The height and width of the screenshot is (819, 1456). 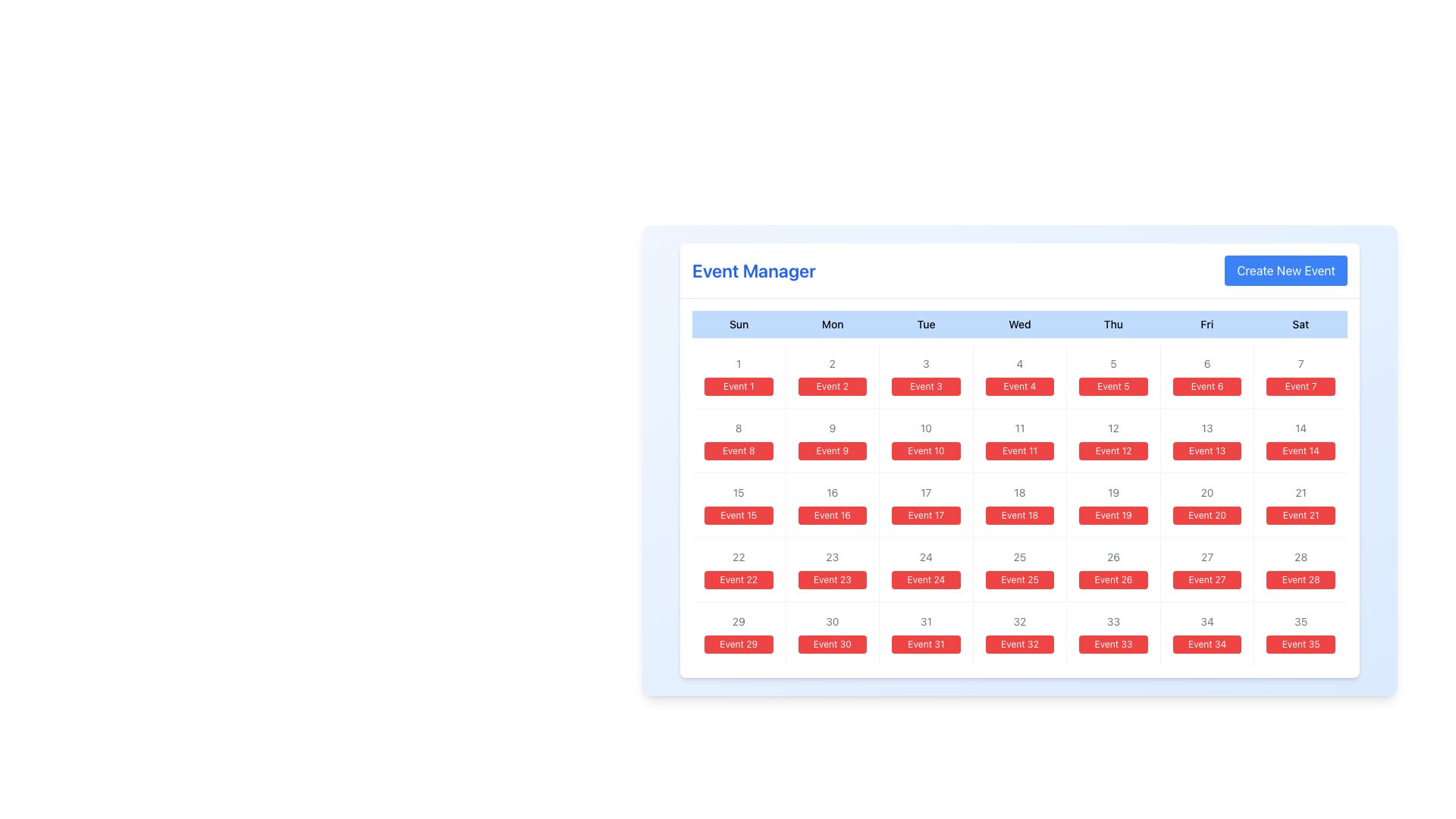 I want to click on the 'Mon' text label, which is styled in a medium-weight font and located in a light-blue box, positioned between 'Sun' and 'Tue', so click(x=832, y=324).